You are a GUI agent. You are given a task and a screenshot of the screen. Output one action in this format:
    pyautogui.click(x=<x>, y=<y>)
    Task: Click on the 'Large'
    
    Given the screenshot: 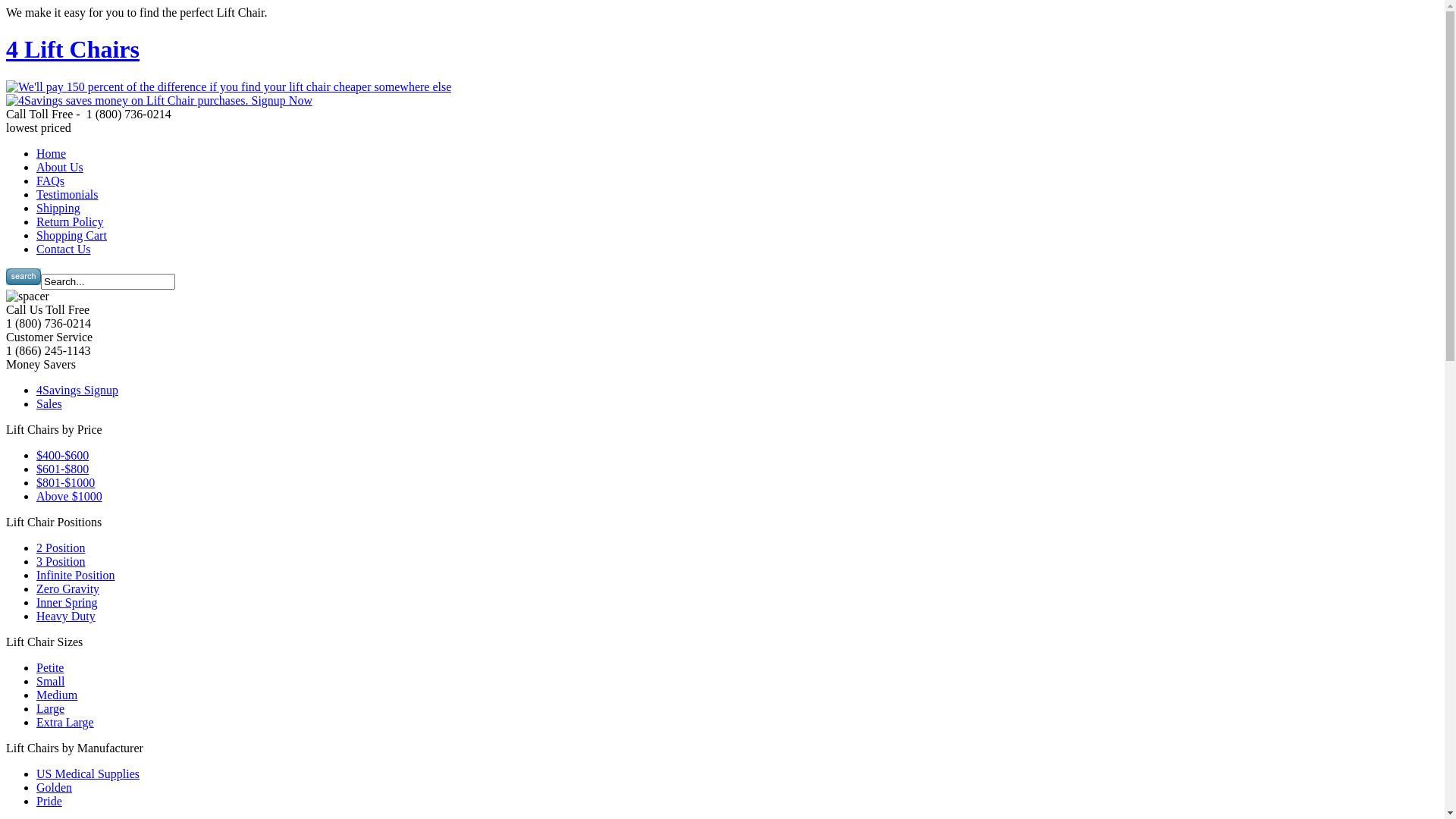 What is the action you would take?
    pyautogui.click(x=50, y=708)
    